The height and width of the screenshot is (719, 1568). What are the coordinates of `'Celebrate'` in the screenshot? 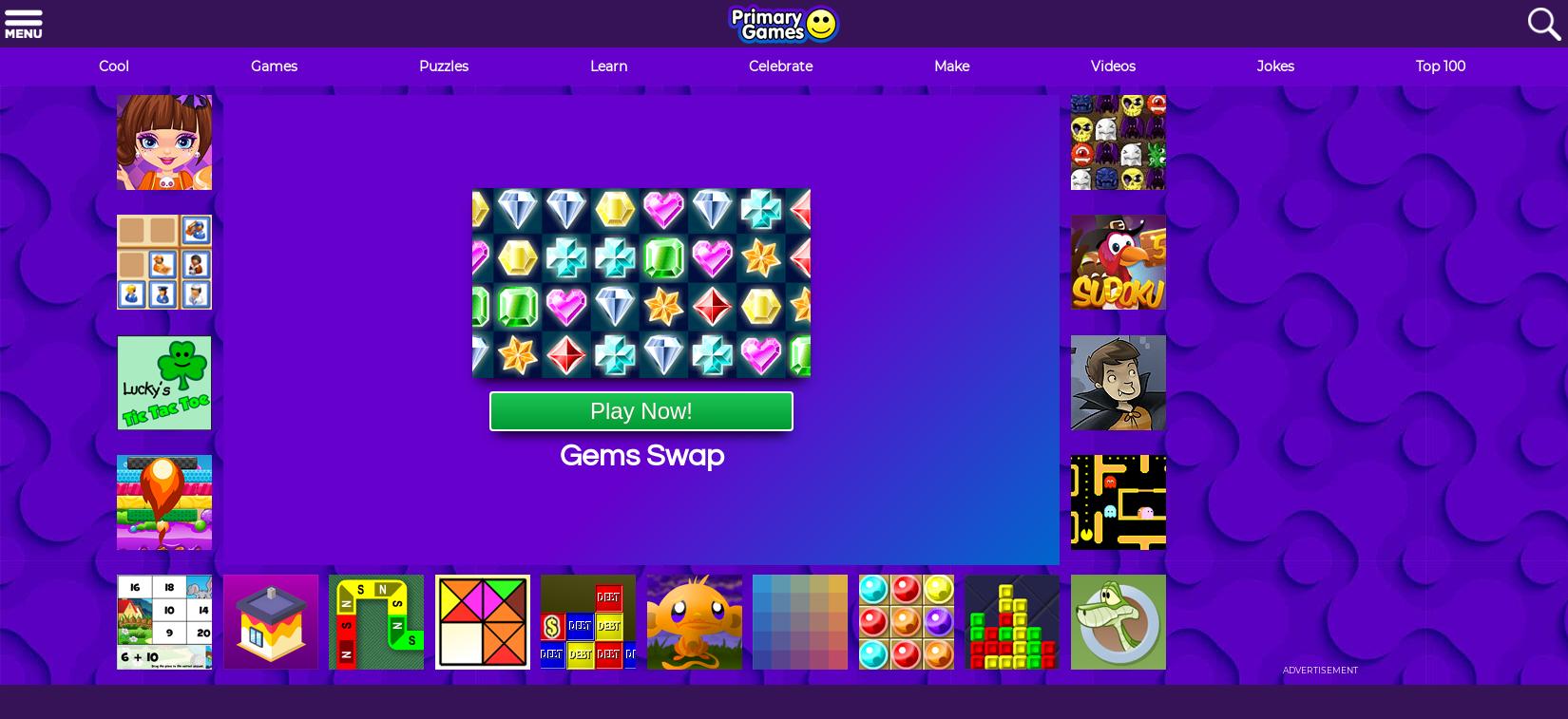 It's located at (779, 66).